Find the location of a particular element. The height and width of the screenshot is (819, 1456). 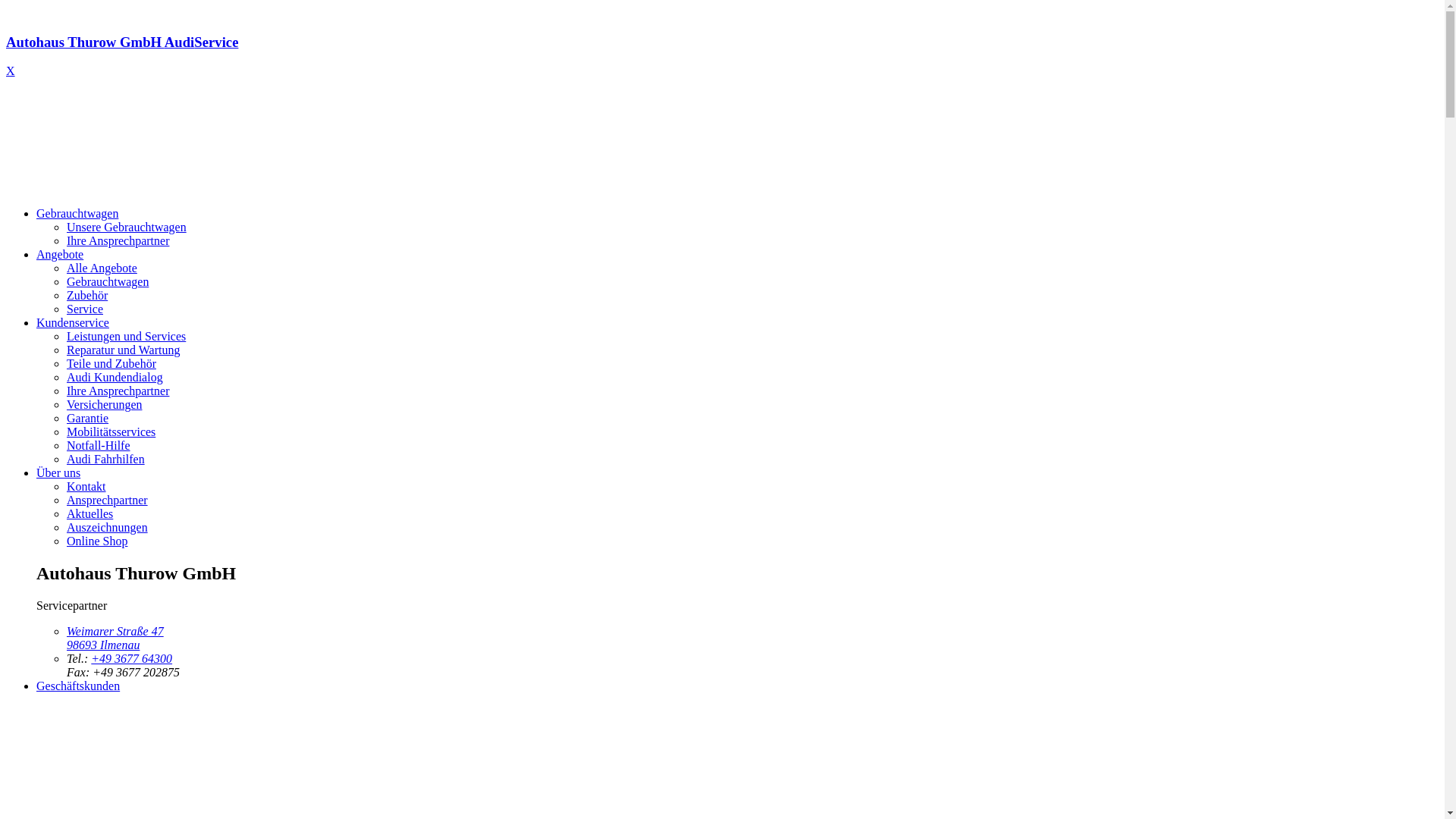

'Aktuelles' is located at coordinates (89, 513).